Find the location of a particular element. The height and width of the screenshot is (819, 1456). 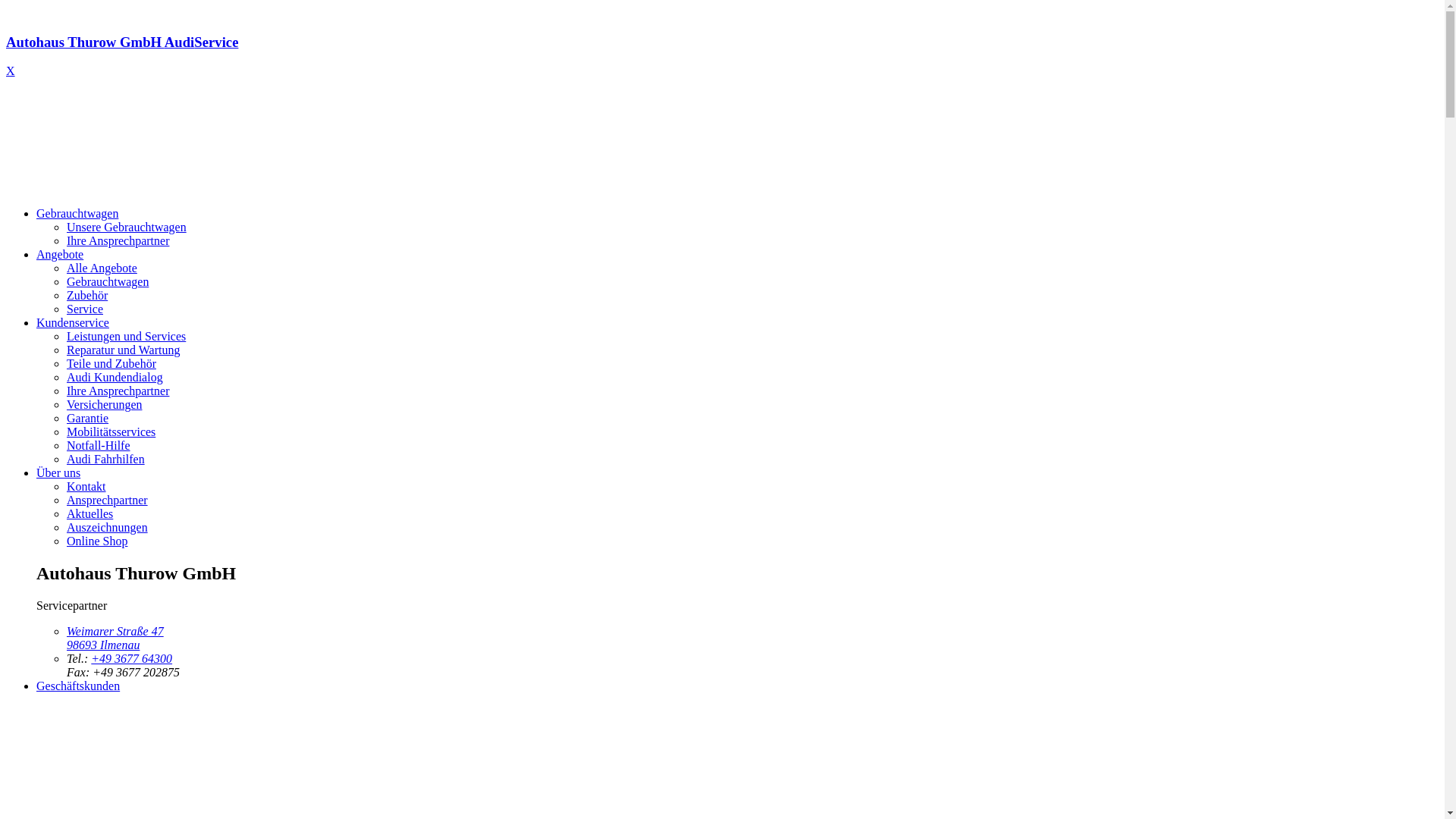

'Aktuelles' is located at coordinates (89, 513).